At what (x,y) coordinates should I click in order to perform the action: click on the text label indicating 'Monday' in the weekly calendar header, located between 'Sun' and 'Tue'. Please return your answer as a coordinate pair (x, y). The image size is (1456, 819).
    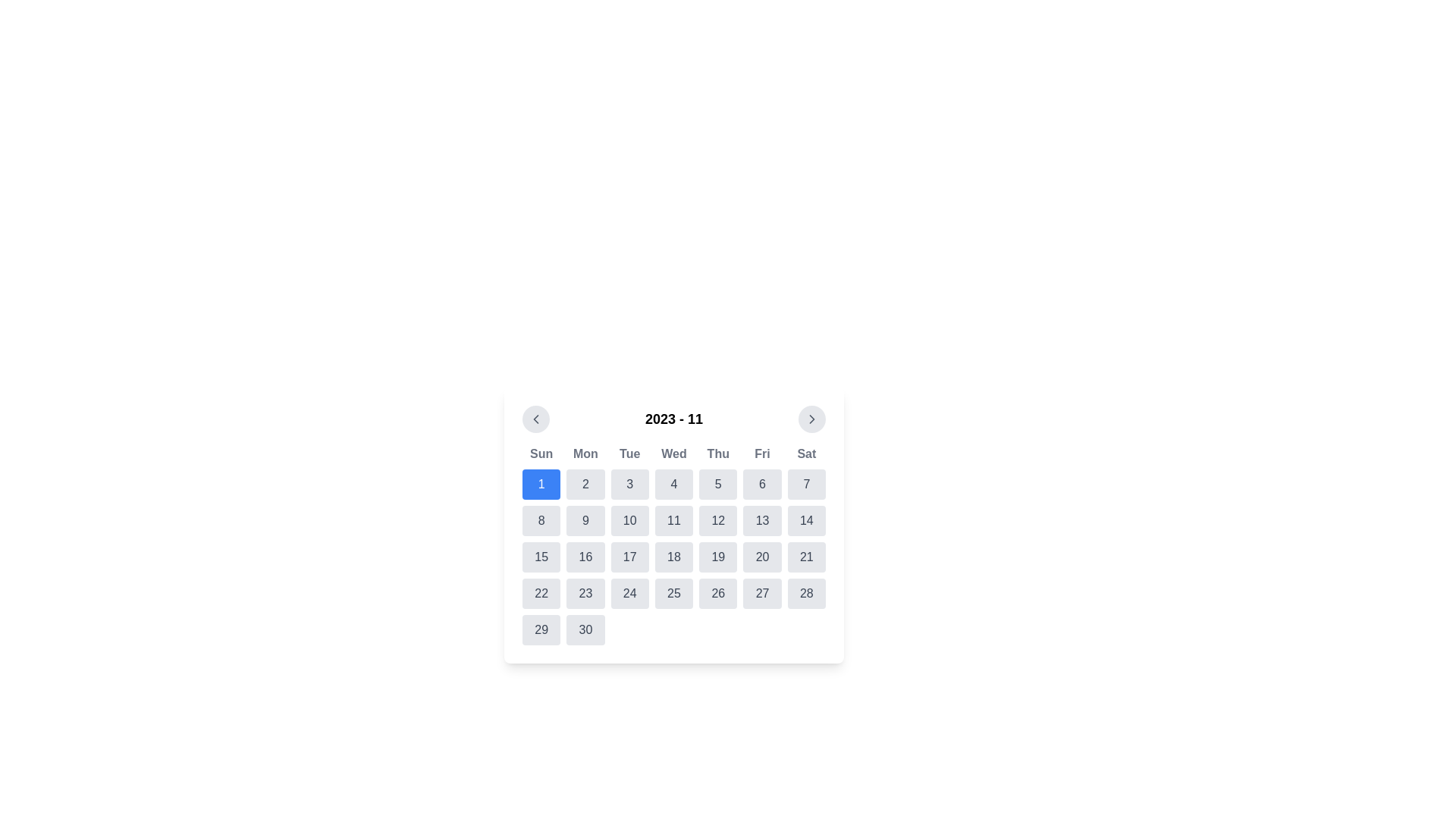
    Looking at the image, I should click on (585, 453).